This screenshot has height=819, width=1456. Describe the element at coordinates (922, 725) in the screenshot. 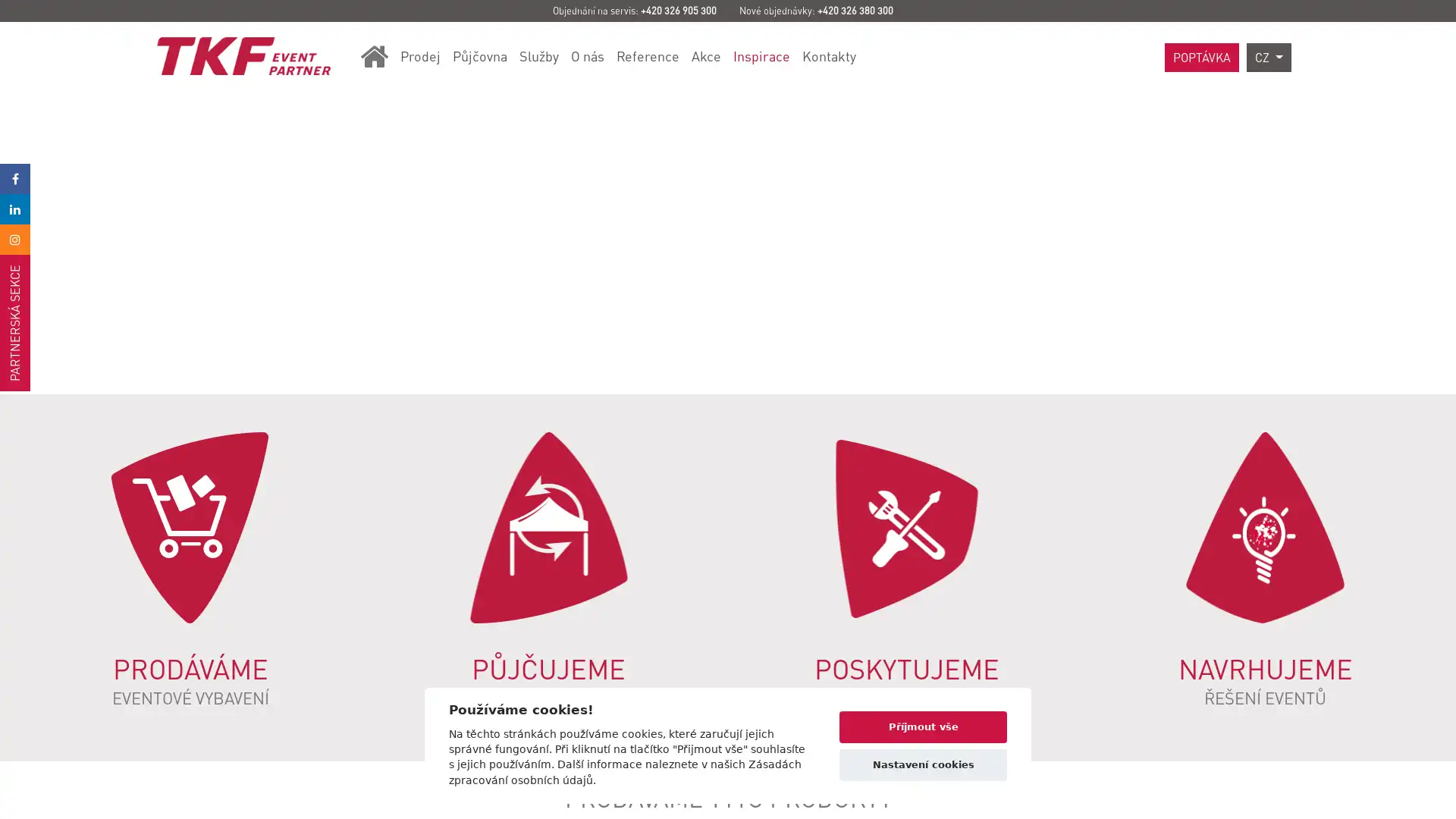

I see `Prijmout vse` at that location.